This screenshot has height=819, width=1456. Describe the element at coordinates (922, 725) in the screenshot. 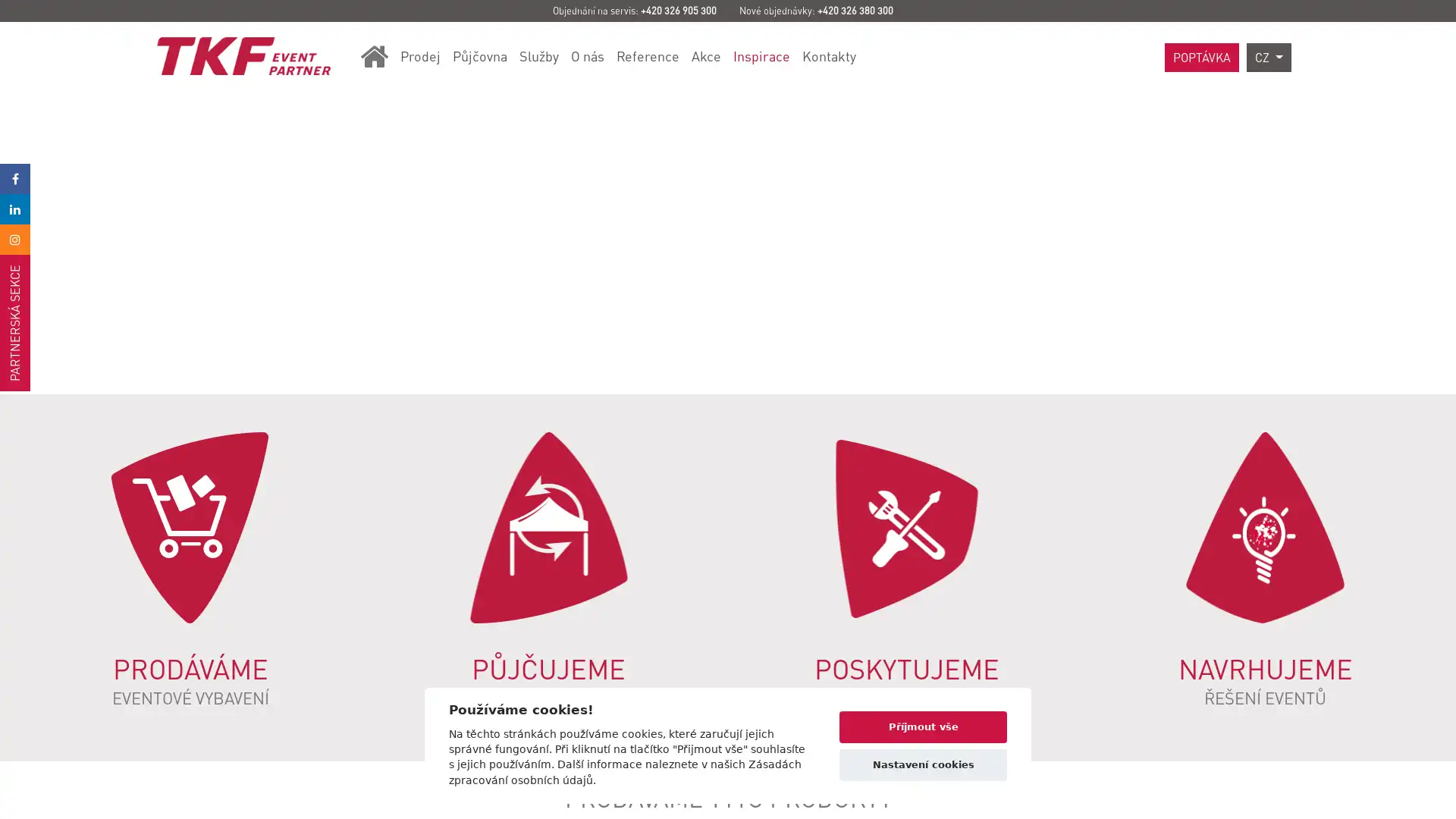

I see `Prijmout vse` at that location.